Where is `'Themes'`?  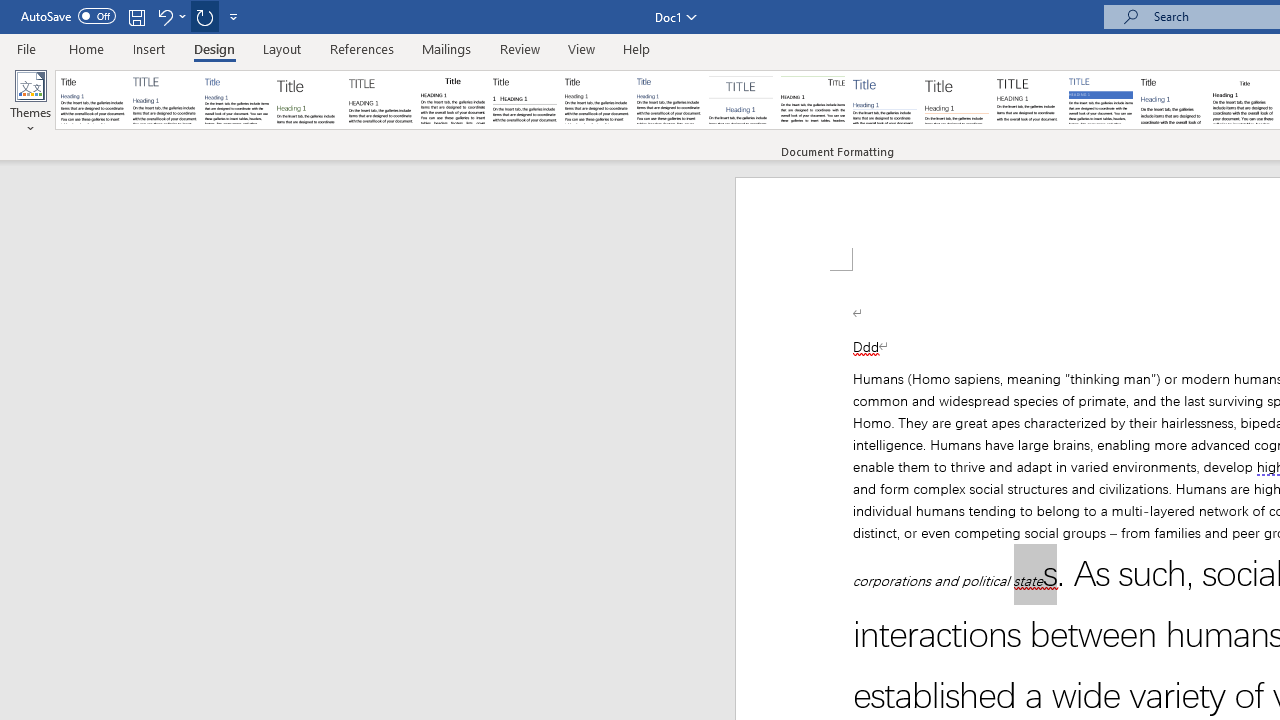
'Themes' is located at coordinates (30, 103).